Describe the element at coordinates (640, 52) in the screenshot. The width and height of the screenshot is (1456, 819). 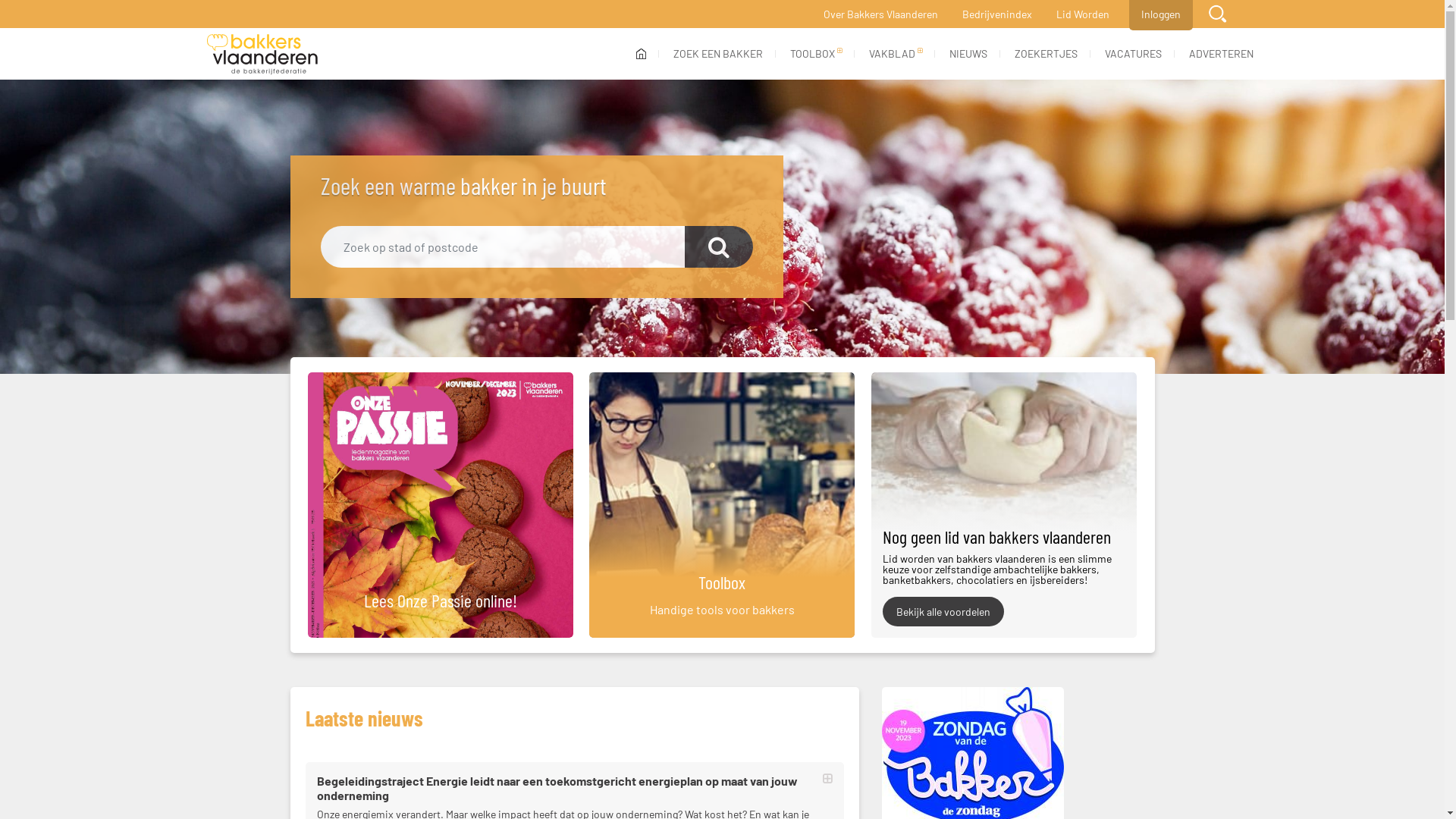
I see `'(current)'` at that location.